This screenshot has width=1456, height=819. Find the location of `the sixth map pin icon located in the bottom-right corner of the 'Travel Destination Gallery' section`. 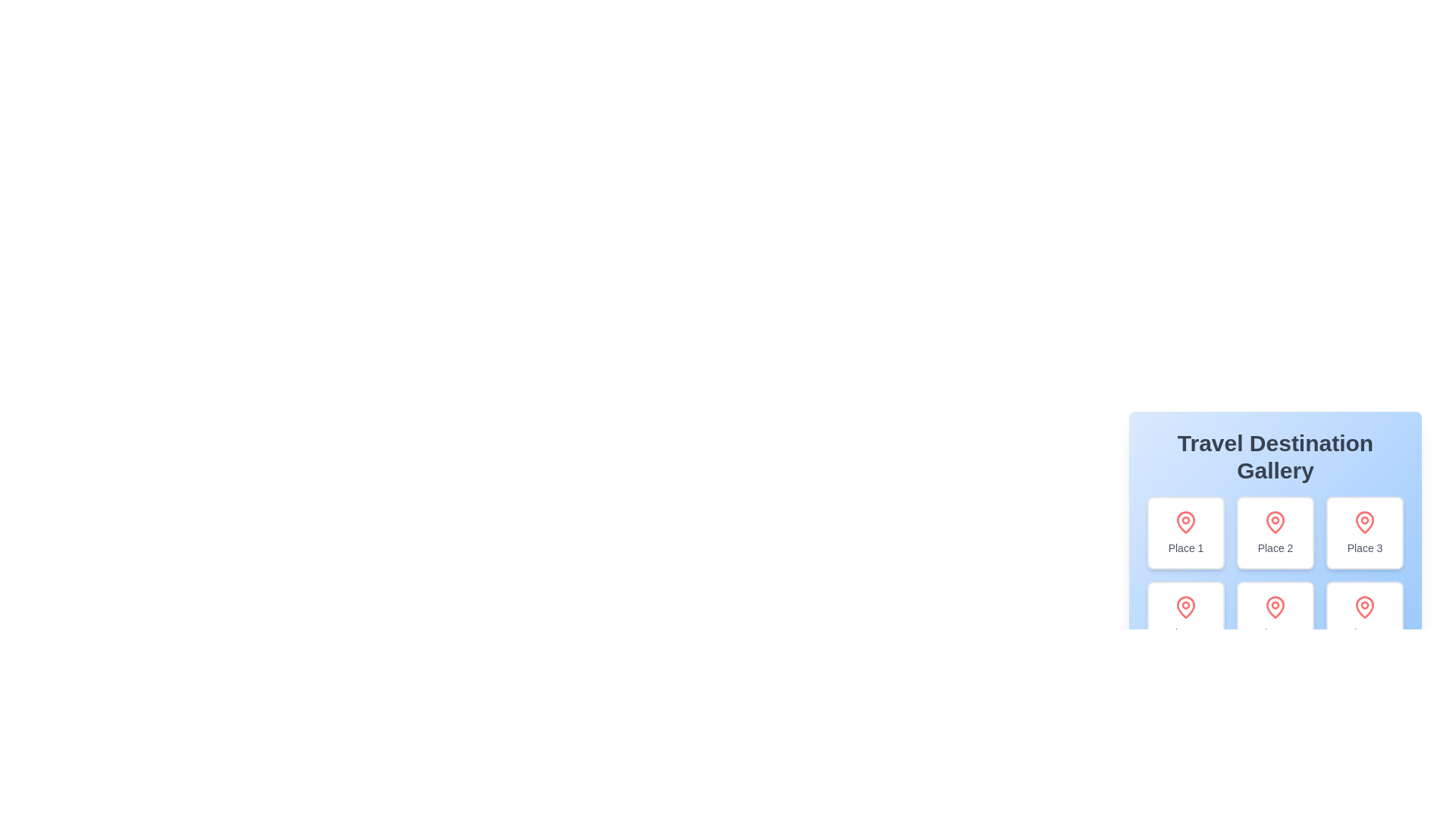

the sixth map pin icon located in the bottom-right corner of the 'Travel Destination Gallery' section is located at coordinates (1365, 605).